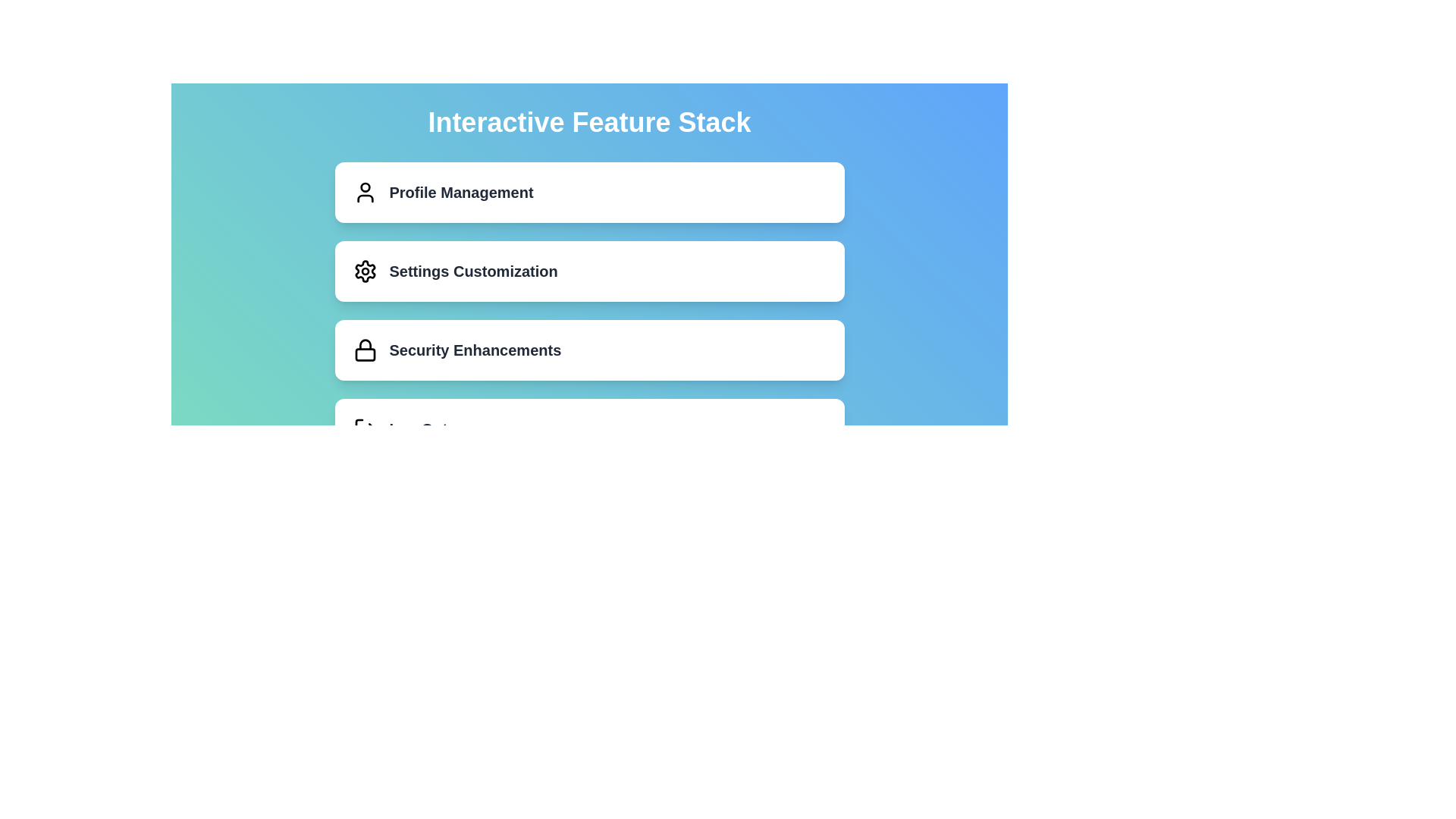 Image resolution: width=1456 pixels, height=819 pixels. What do you see at coordinates (365, 350) in the screenshot?
I see `the security icon located at the top left part of the 'Security Enhancements' feature card` at bounding box center [365, 350].